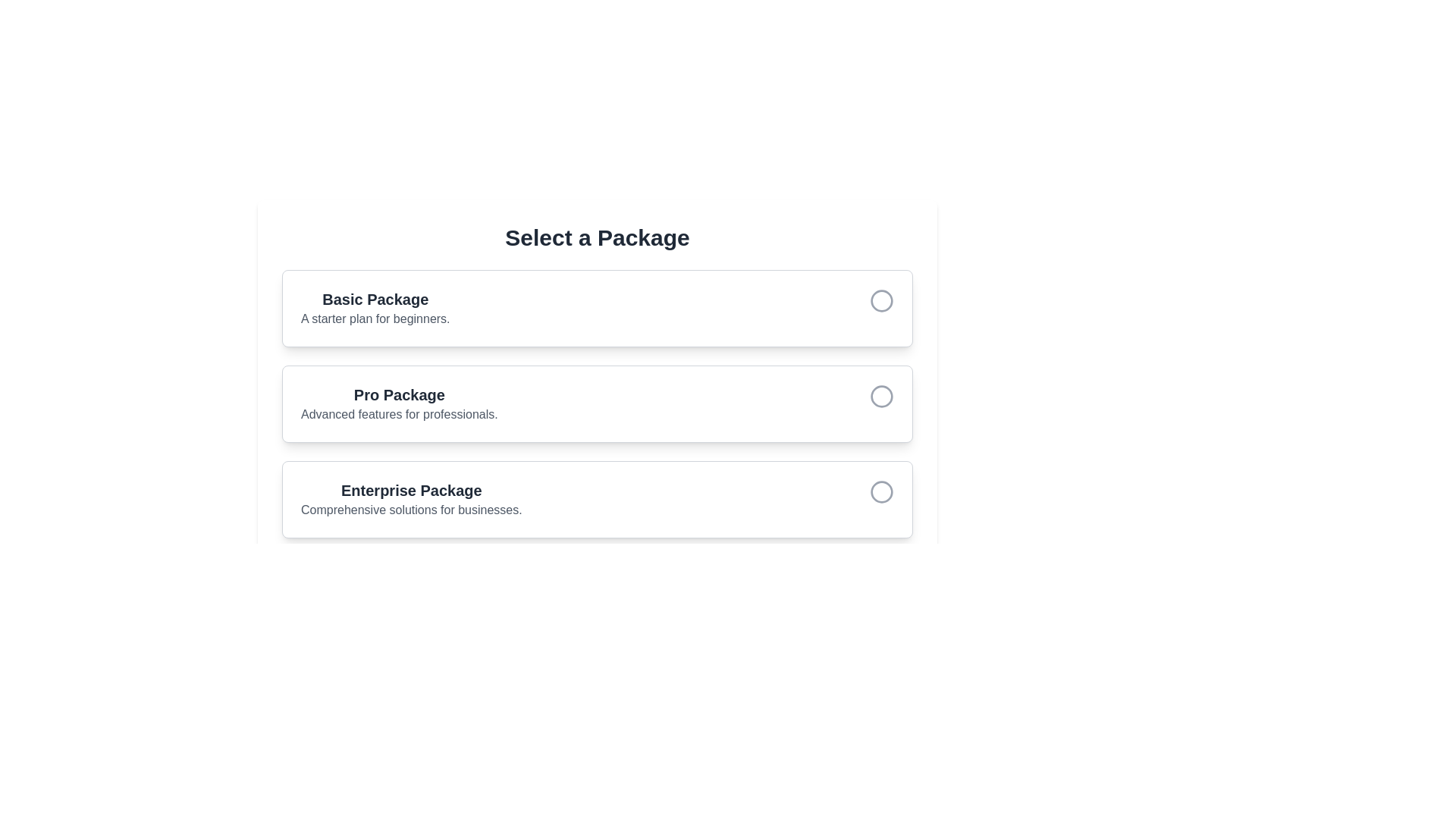 This screenshot has width=1456, height=819. I want to click on the text 'Advanced features for professionals.' which is styled with a gray font color and located below the header 'Pro Package', so click(399, 415).